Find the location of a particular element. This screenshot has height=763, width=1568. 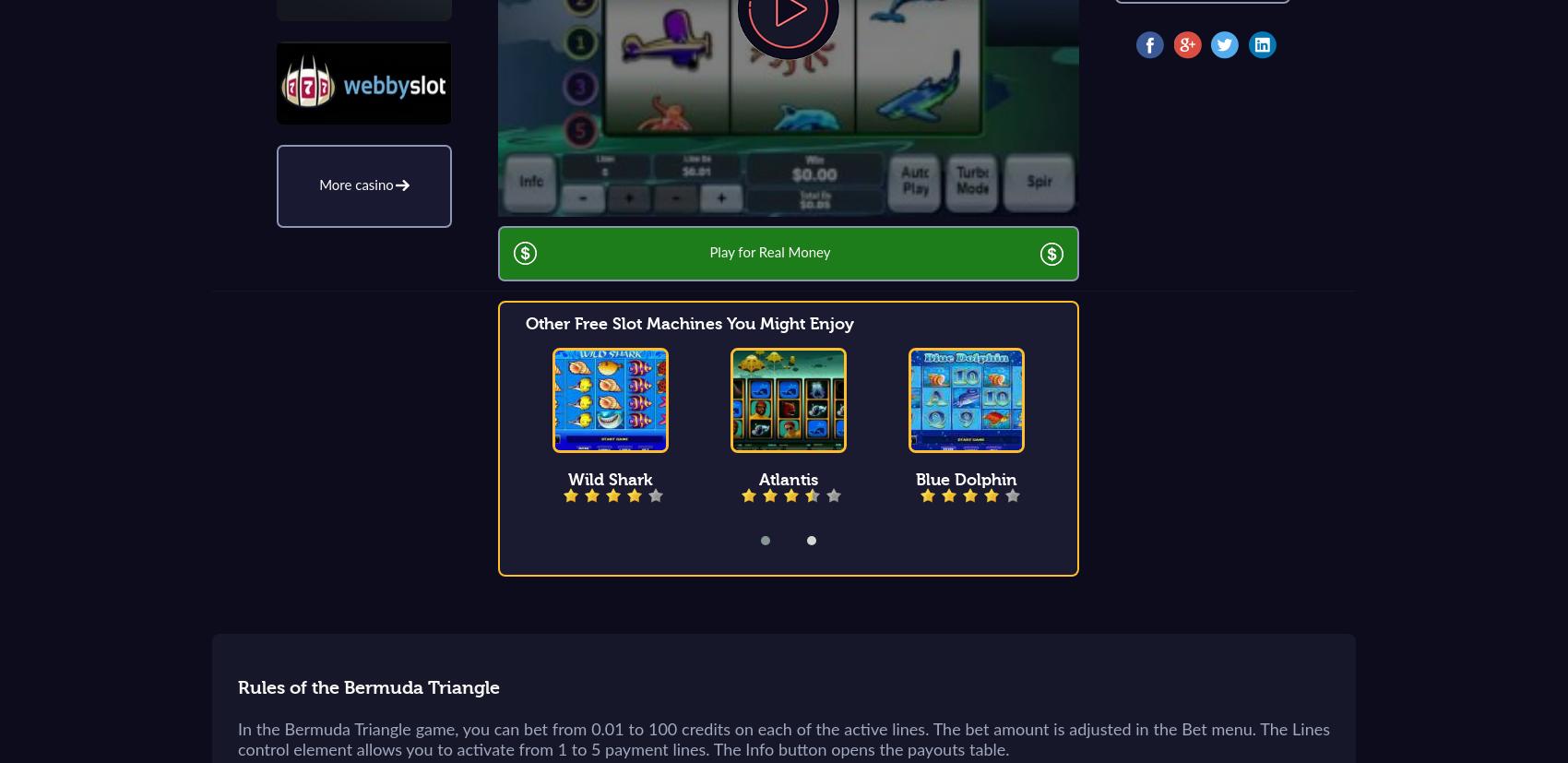

'Under The Sea' is located at coordinates (1144, 480).